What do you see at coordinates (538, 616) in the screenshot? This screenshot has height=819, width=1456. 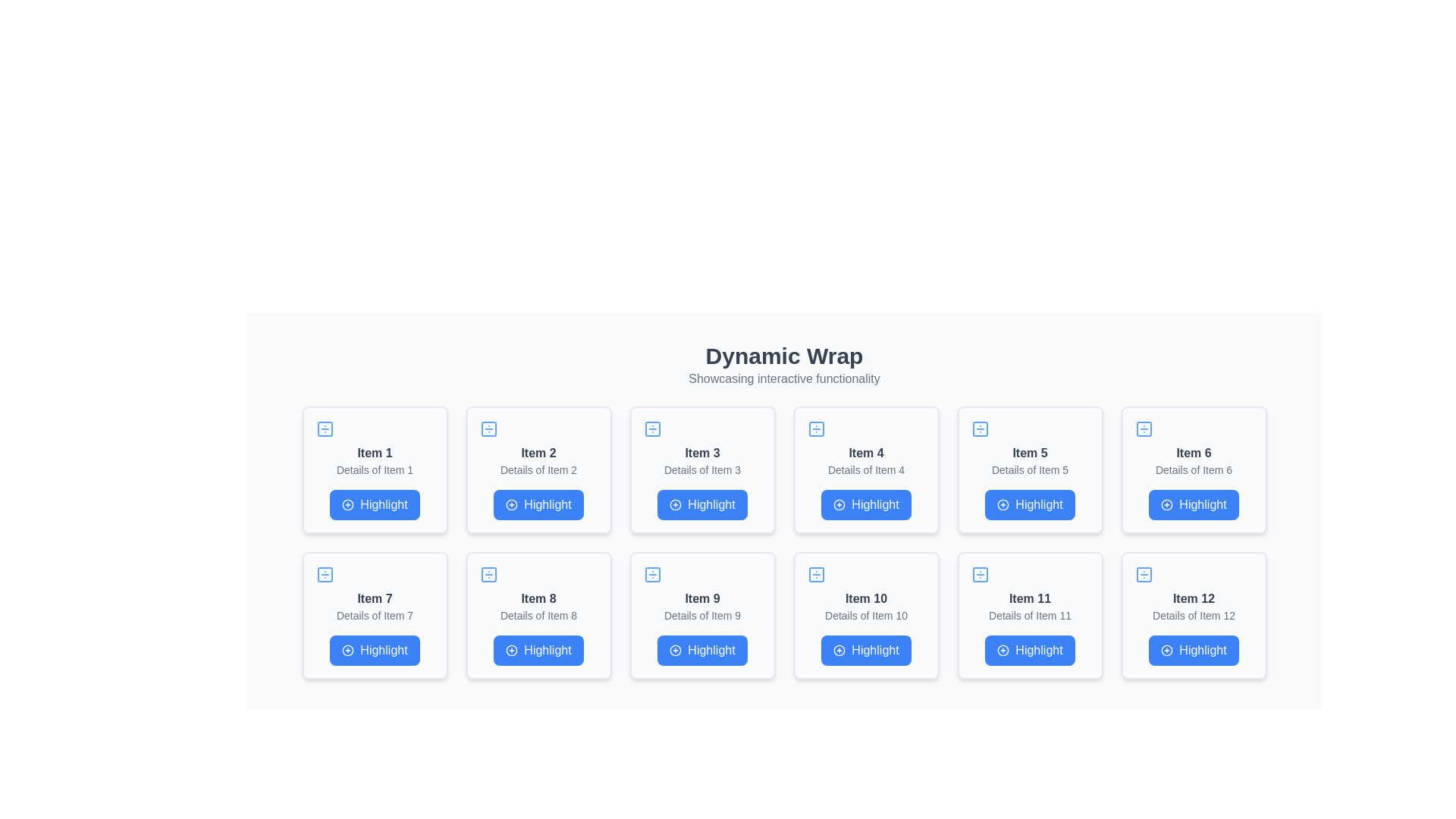 I see `text content of the gray text label that says 'Details of Item 8', which is located under the title 'Item 8' in the fourth card of the second row` at bounding box center [538, 616].